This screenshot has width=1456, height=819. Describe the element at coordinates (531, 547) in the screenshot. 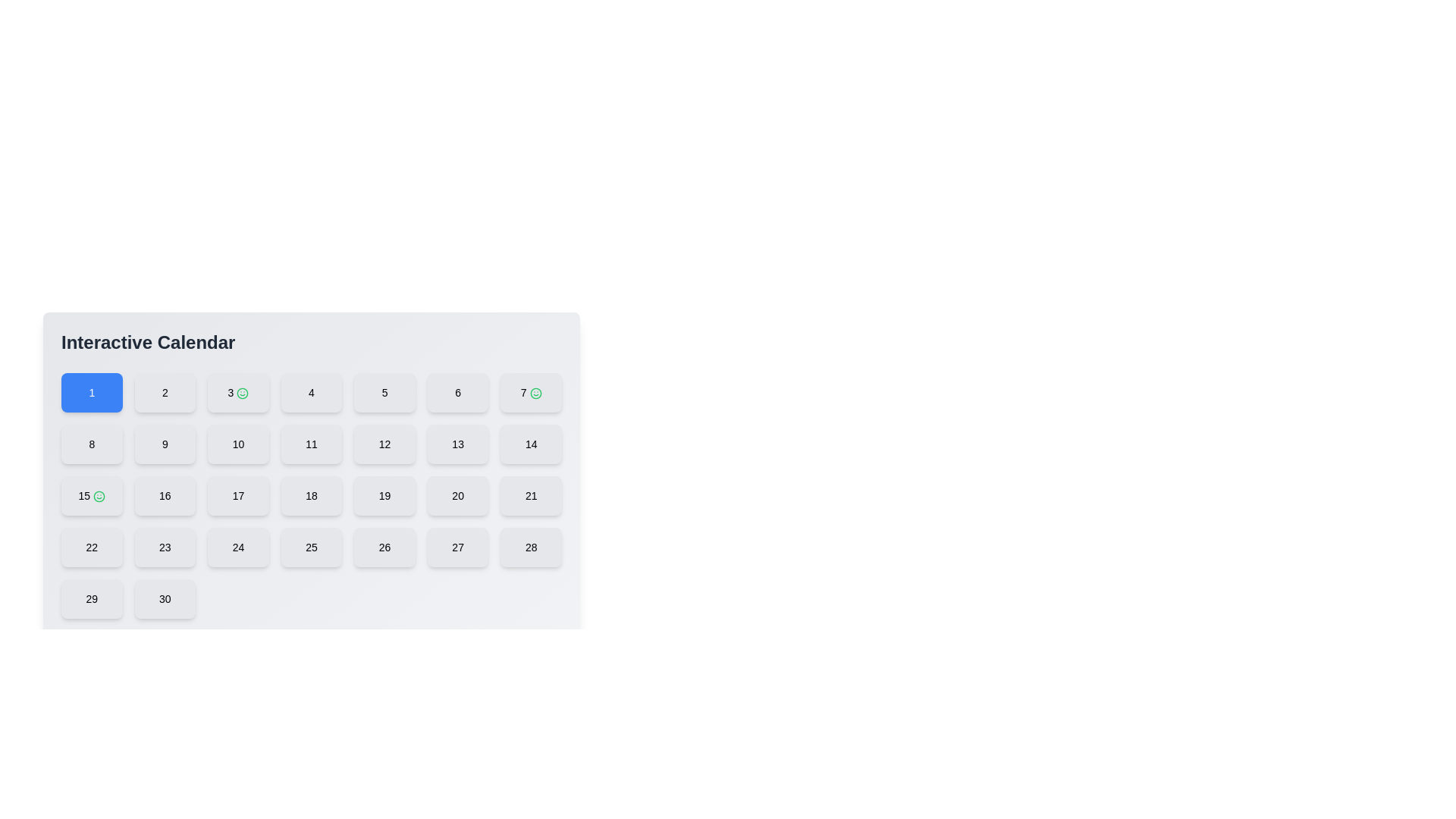

I see `the clickable calendar date button displaying '28' to change its appearance` at that location.